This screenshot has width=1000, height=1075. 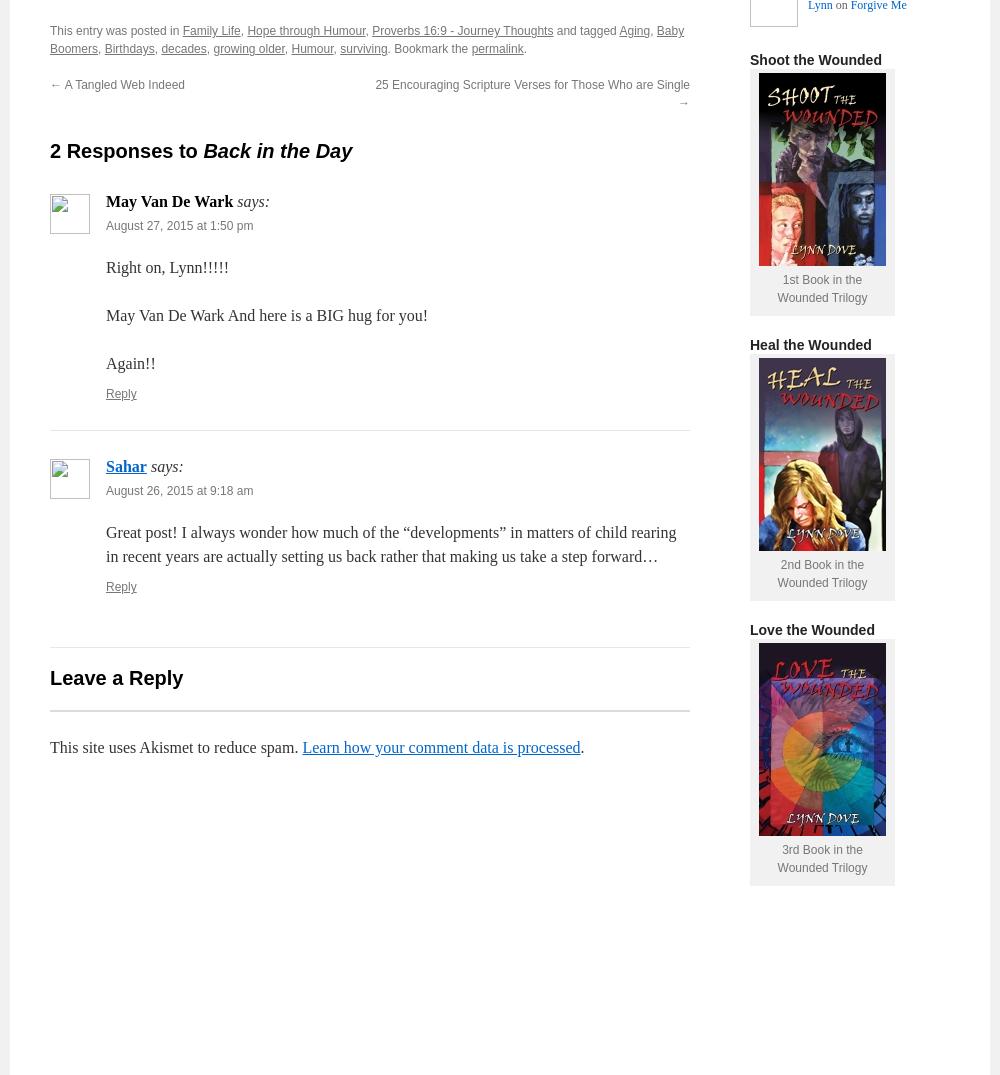 What do you see at coordinates (179, 489) in the screenshot?
I see `'August 26, 2015 at 9:18 am'` at bounding box center [179, 489].